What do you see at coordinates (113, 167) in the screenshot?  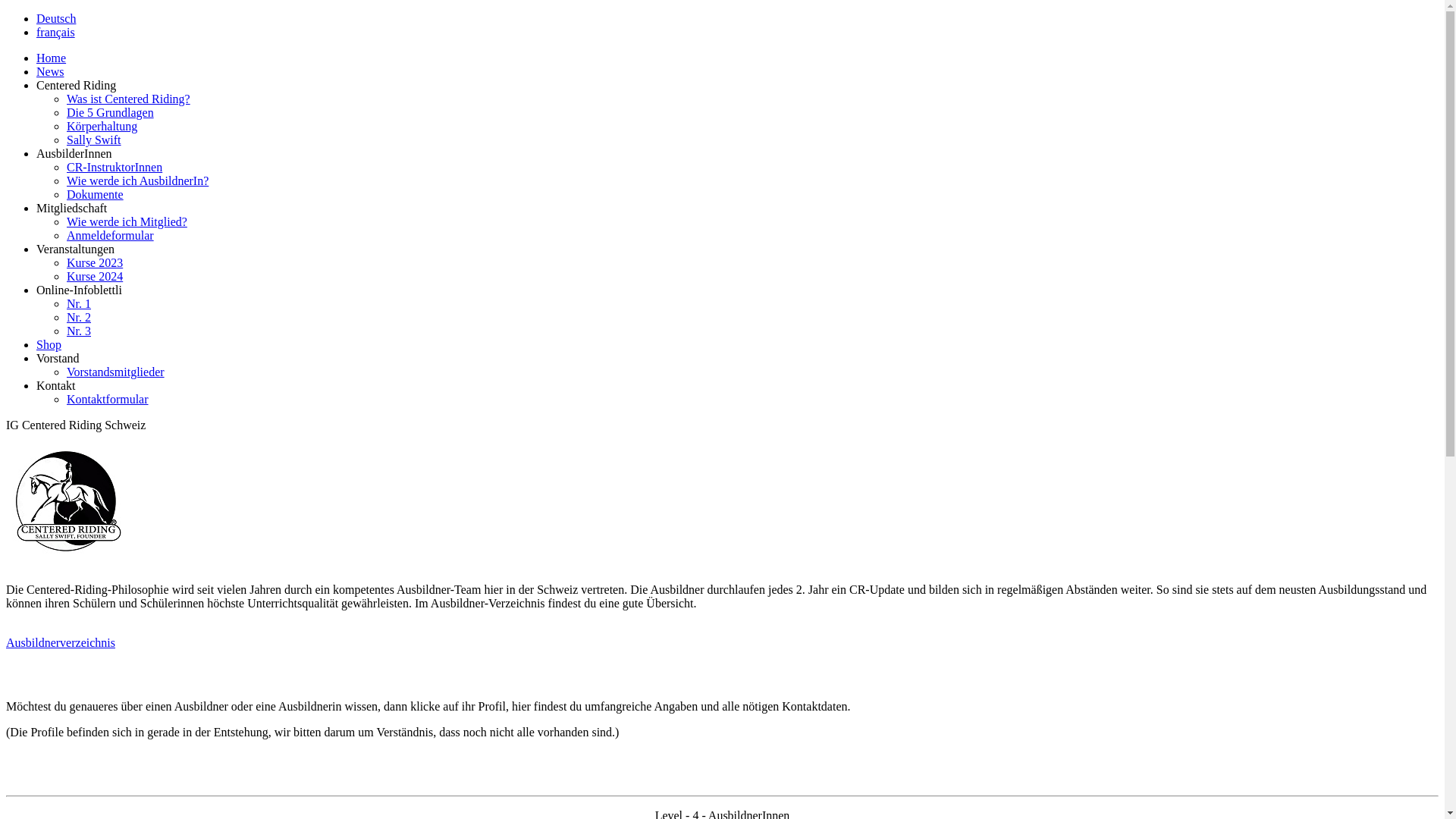 I see `'CR-InstruktorInnen'` at bounding box center [113, 167].